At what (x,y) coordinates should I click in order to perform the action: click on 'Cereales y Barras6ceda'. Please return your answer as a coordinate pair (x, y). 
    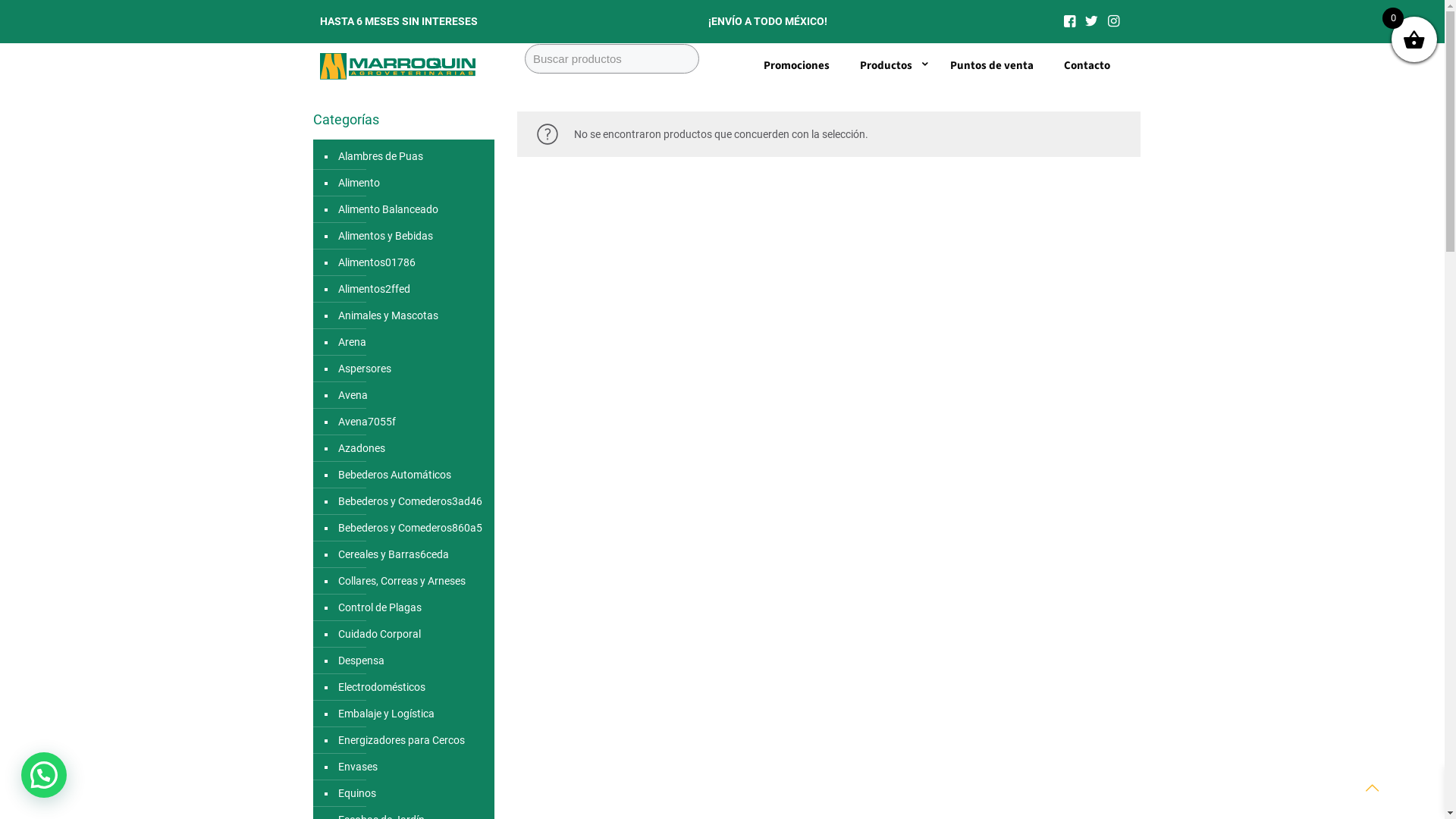
    Looking at the image, I should click on (334, 554).